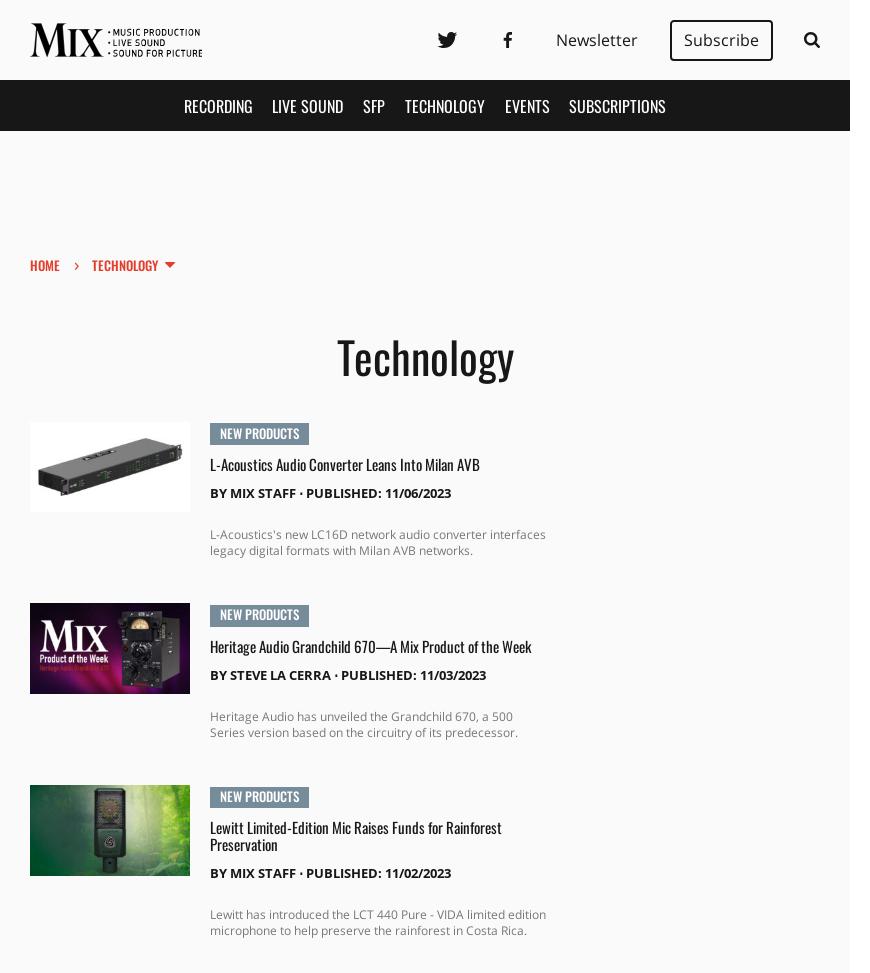 This screenshot has height=973, width=870. What do you see at coordinates (216, 104) in the screenshot?
I see `'Recording'` at bounding box center [216, 104].